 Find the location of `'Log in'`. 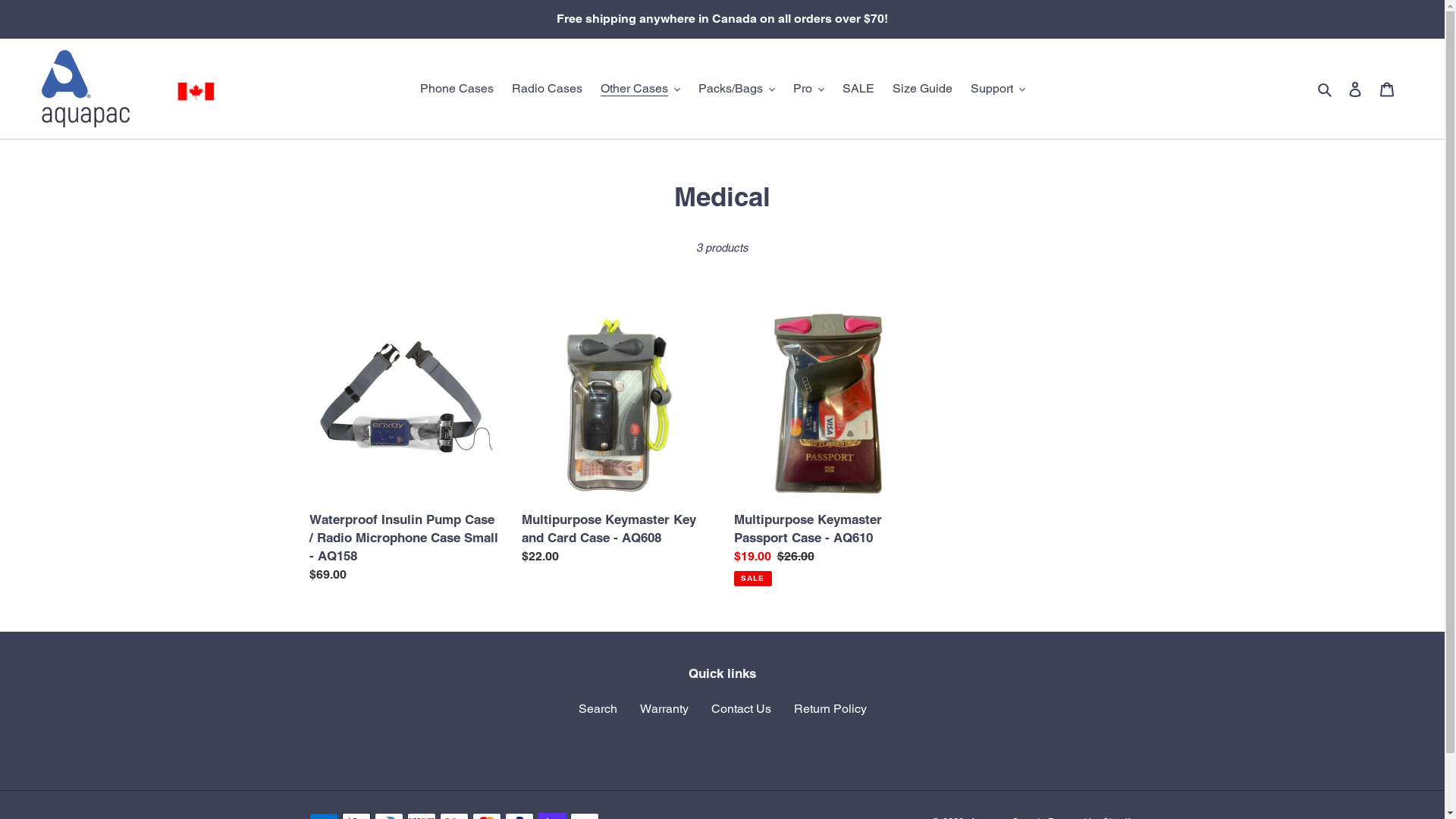

'Log in' is located at coordinates (1354, 88).